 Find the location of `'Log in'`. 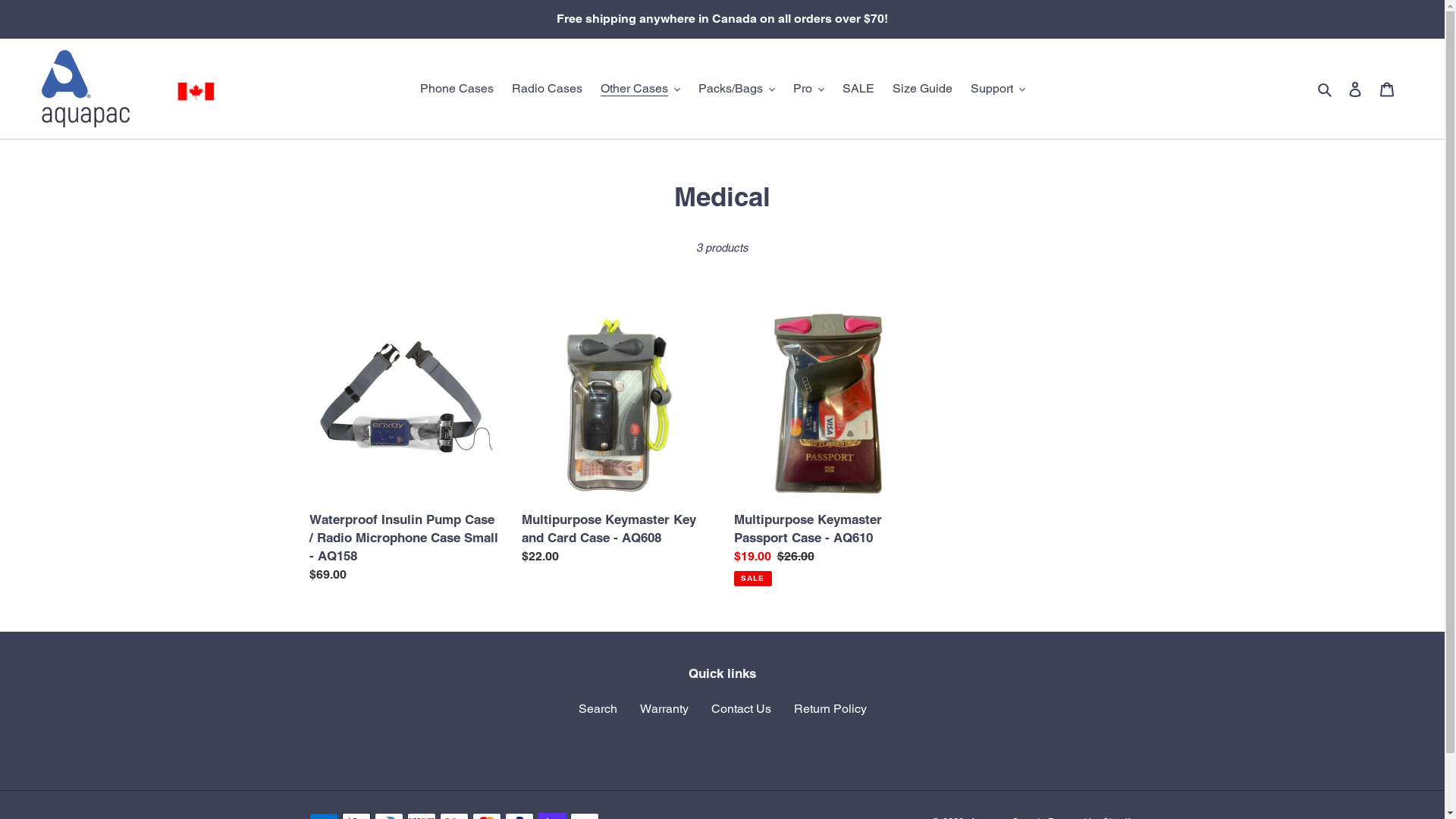

'Log in' is located at coordinates (1354, 88).